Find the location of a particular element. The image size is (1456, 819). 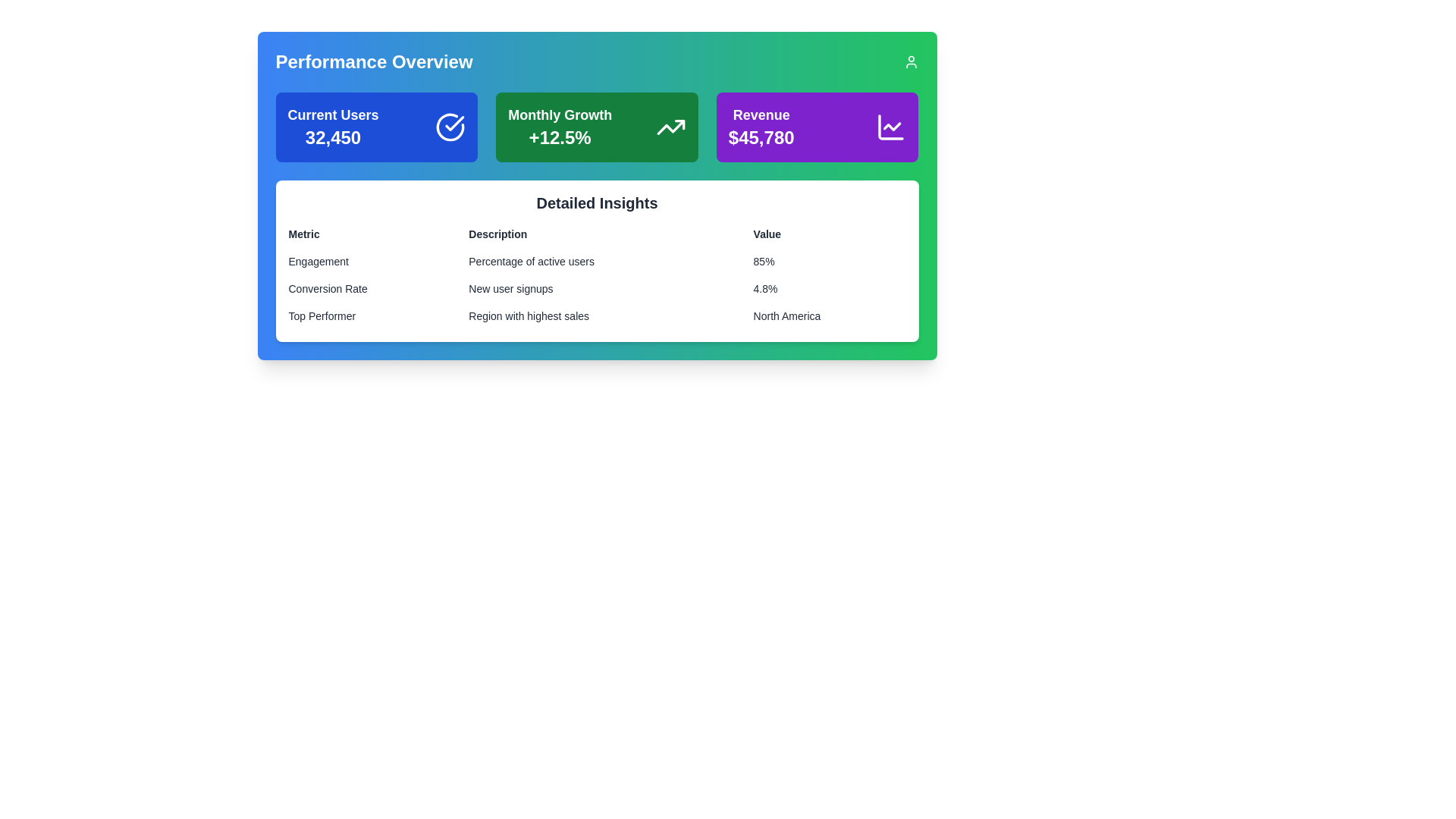

the small checkmark icon inside the circle, which serves as a confirmation indicator within the 'Current Users' card in the top-left quadrant of the dashboard is located at coordinates (454, 122).